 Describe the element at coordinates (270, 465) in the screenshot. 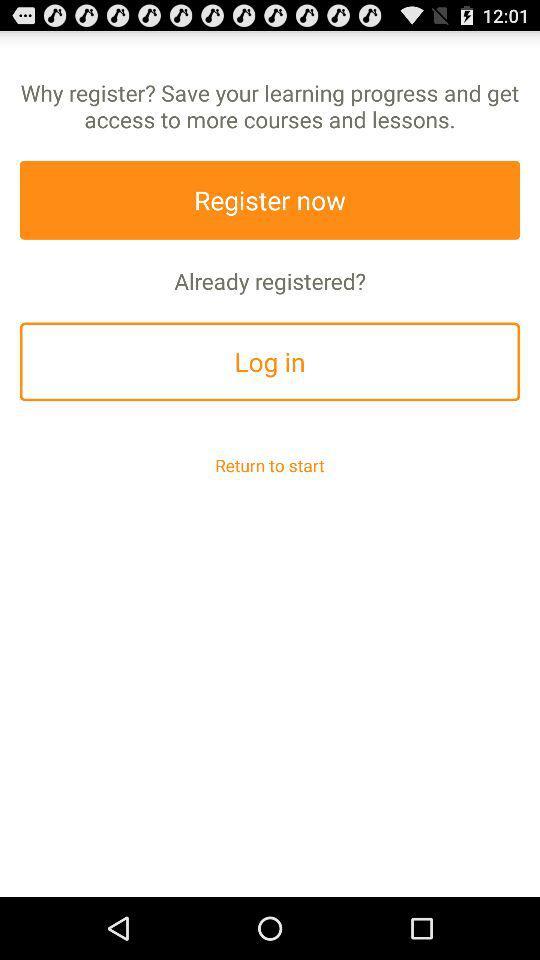

I see `return to start app` at that location.